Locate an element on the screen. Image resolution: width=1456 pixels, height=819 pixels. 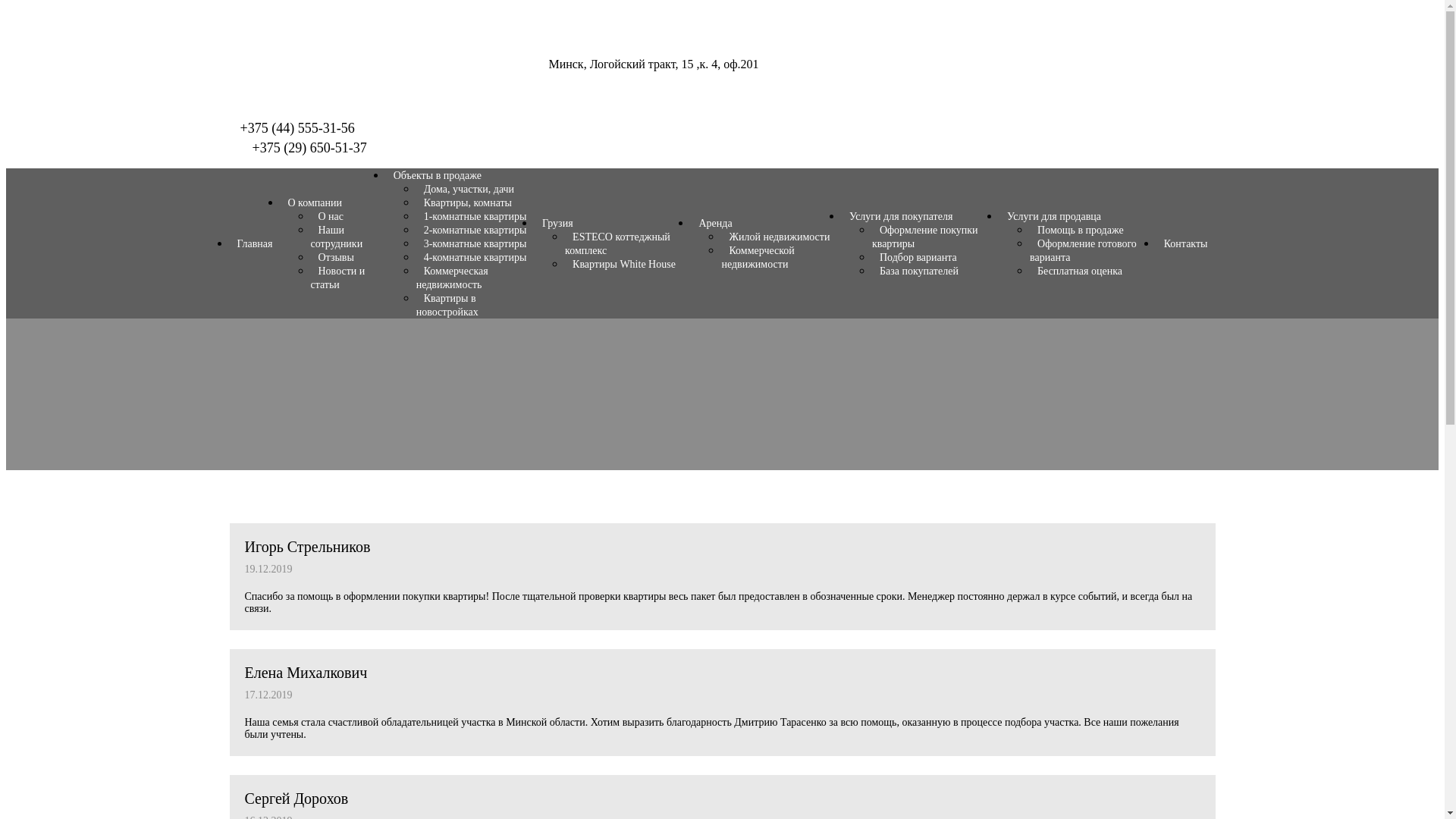
'+375 (44) 555-31-56' is located at coordinates (297, 127).